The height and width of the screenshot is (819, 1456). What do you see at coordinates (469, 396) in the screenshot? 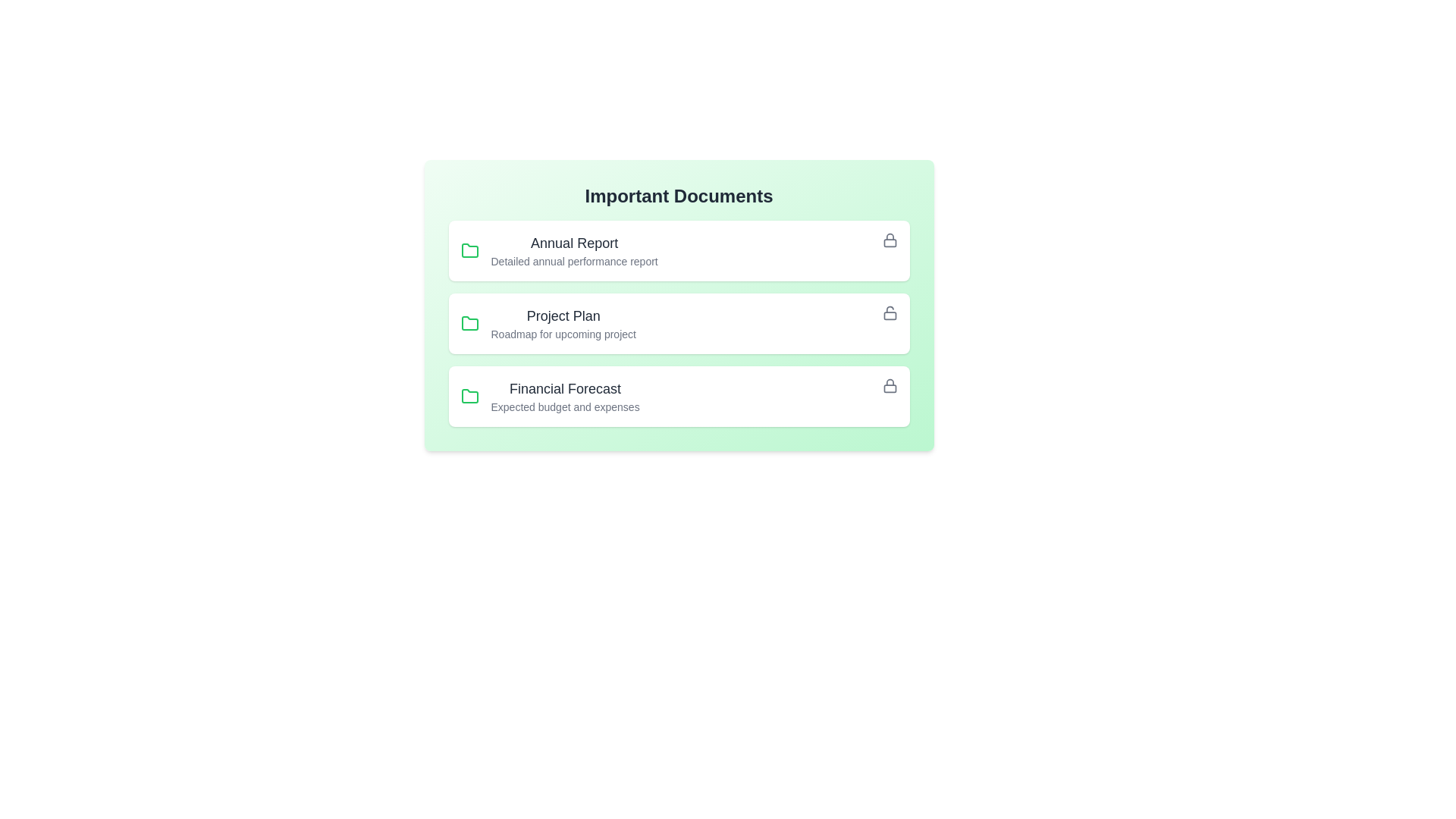
I see `the folder icon corresponding to the document titled Financial Forecast` at bounding box center [469, 396].